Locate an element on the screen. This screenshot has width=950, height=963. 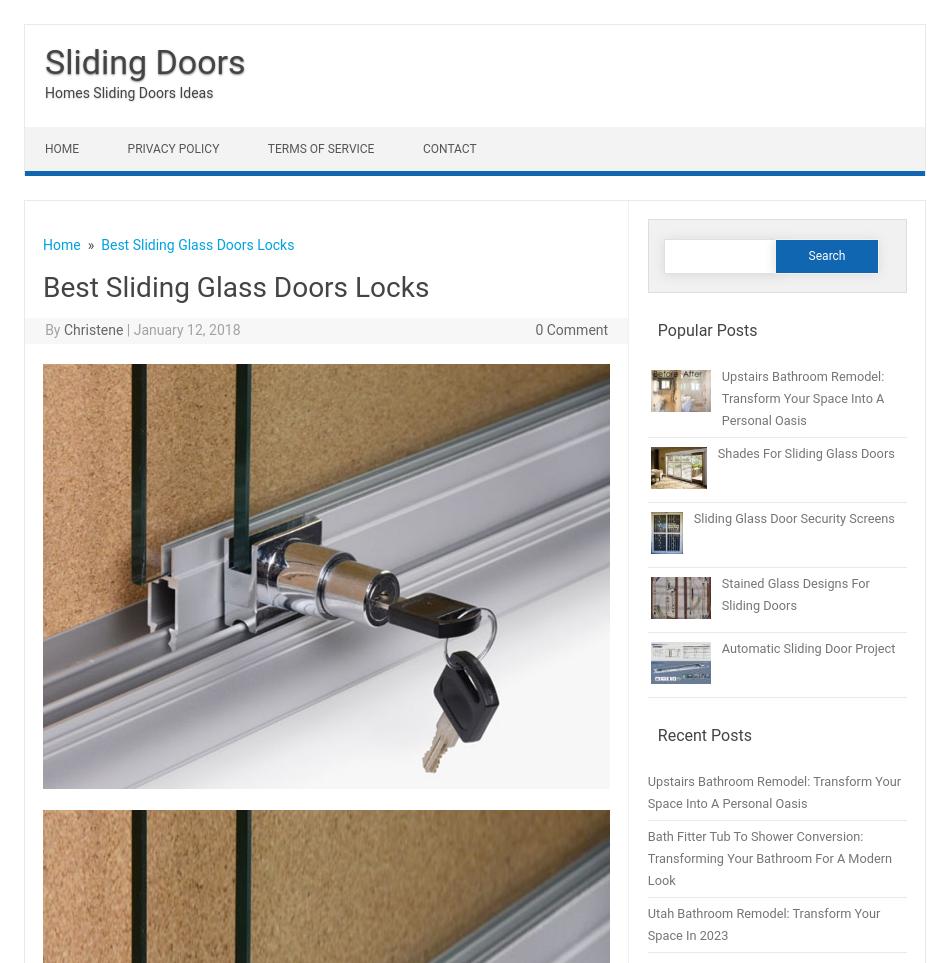
'Terms Of Service' is located at coordinates (319, 148).